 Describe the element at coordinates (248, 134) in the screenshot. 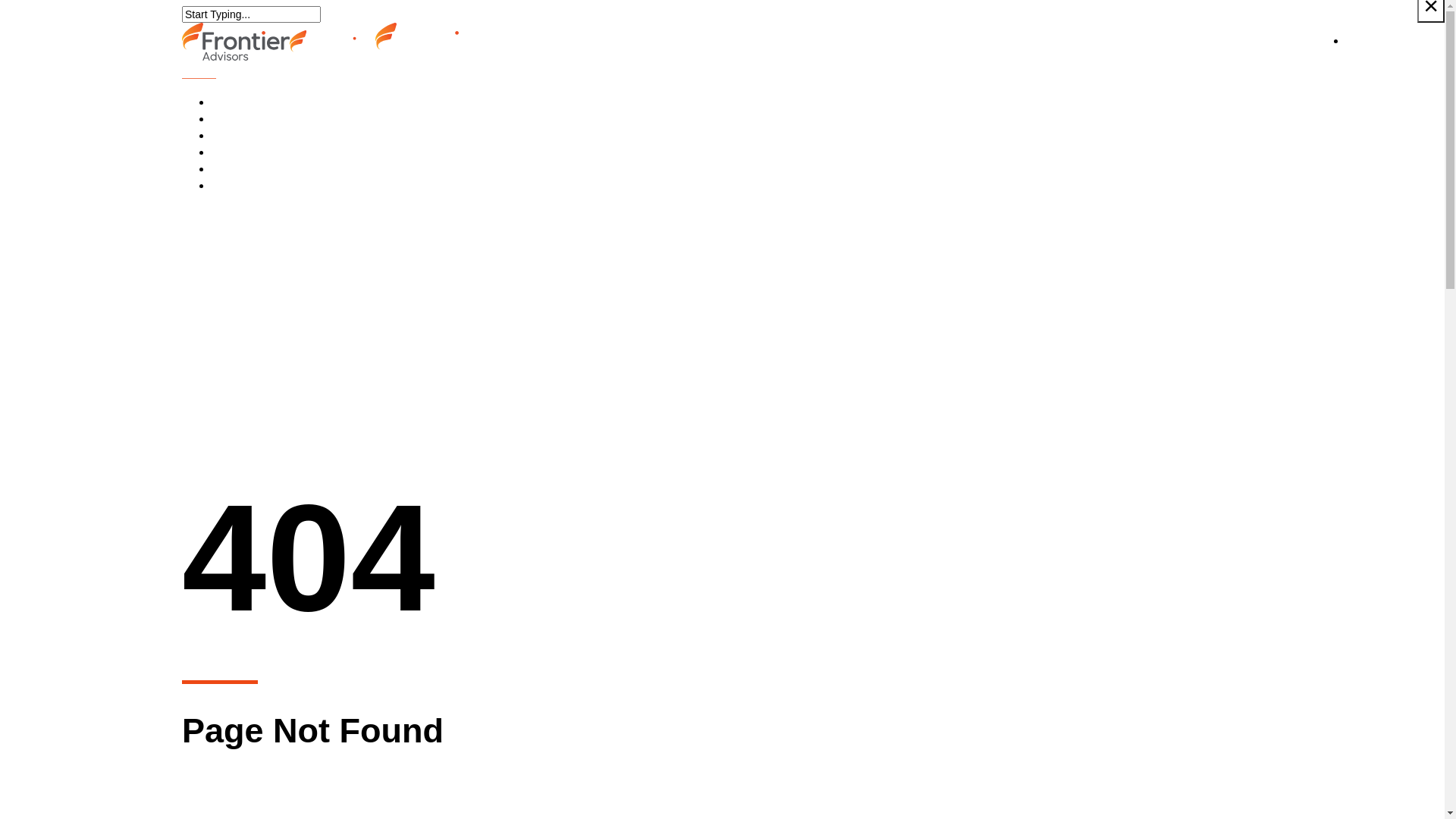

I see `'People'` at that location.